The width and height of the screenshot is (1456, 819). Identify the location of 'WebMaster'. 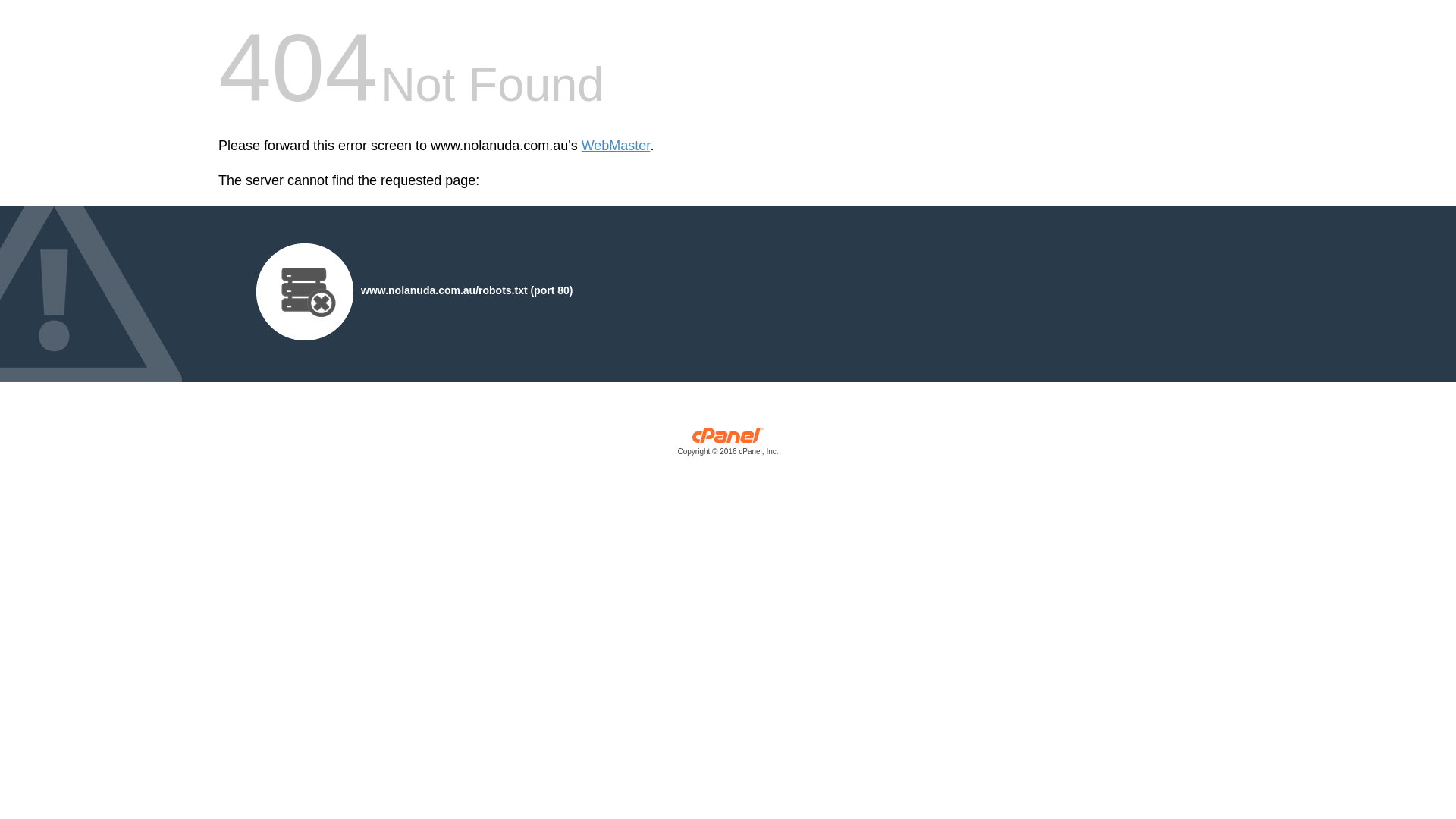
(616, 146).